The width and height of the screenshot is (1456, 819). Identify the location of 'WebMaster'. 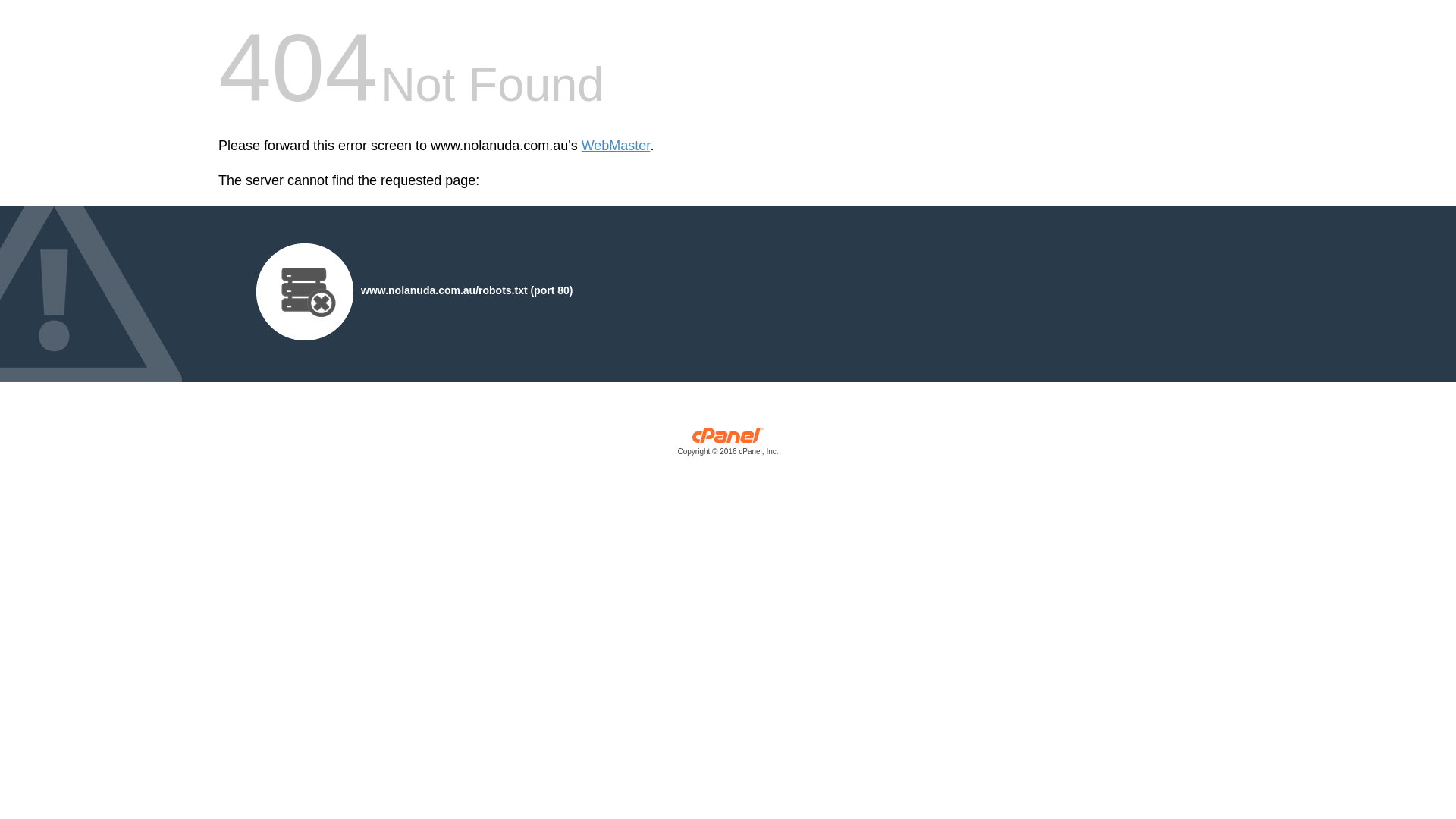
(616, 146).